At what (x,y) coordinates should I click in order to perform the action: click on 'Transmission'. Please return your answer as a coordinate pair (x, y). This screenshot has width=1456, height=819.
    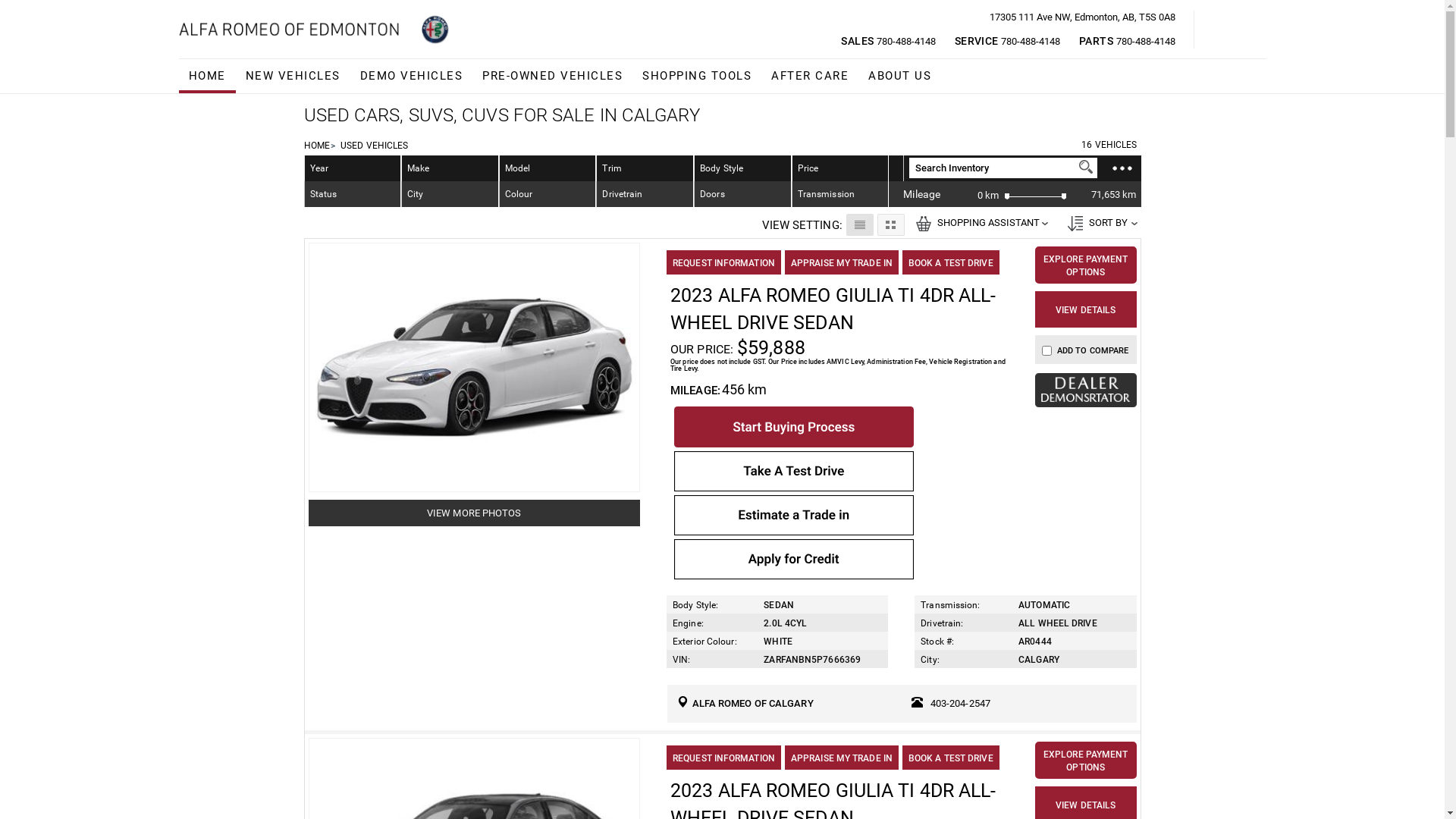
    Looking at the image, I should click on (839, 193).